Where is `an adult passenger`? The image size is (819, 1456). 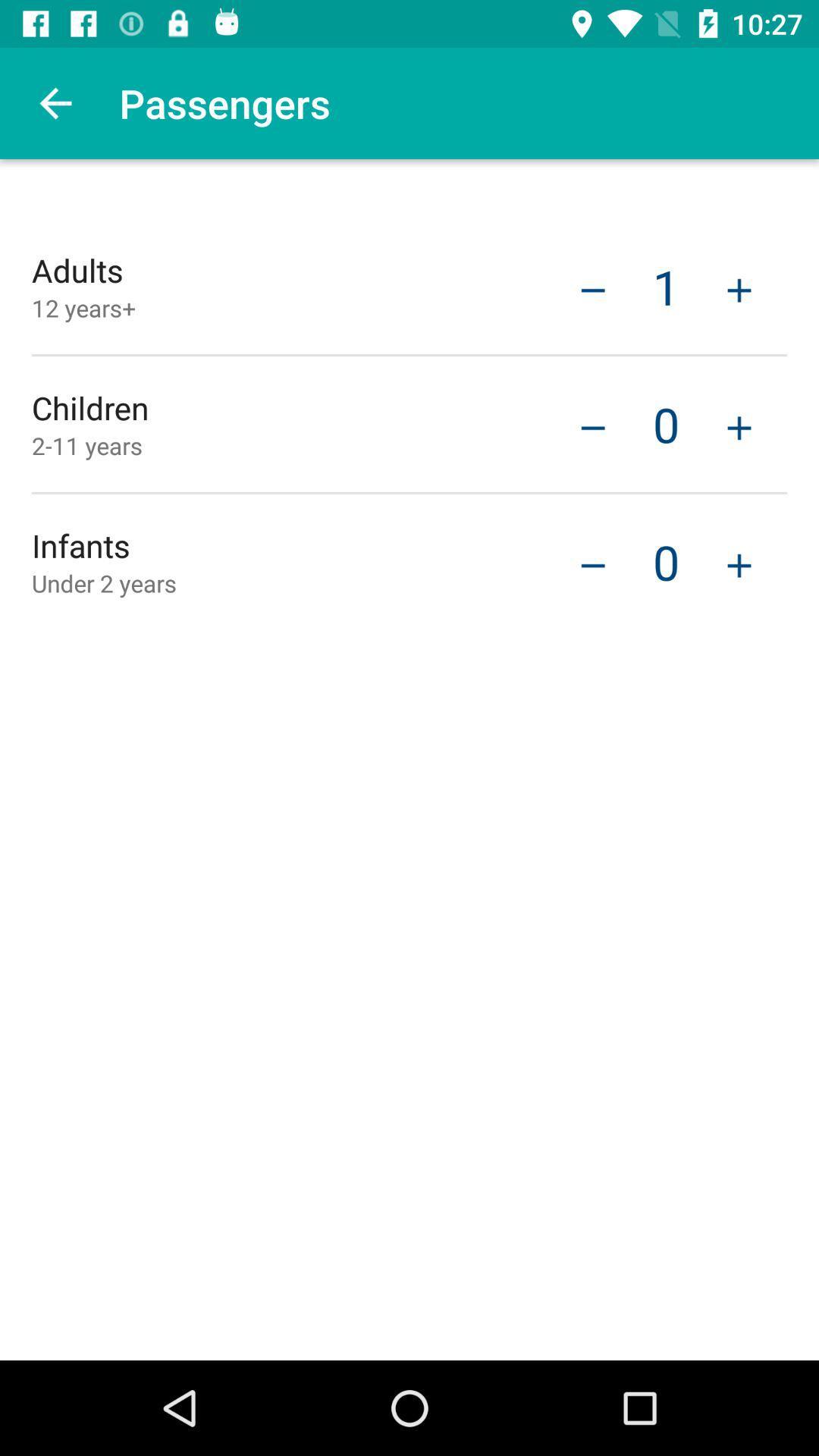 an adult passenger is located at coordinates (739, 288).